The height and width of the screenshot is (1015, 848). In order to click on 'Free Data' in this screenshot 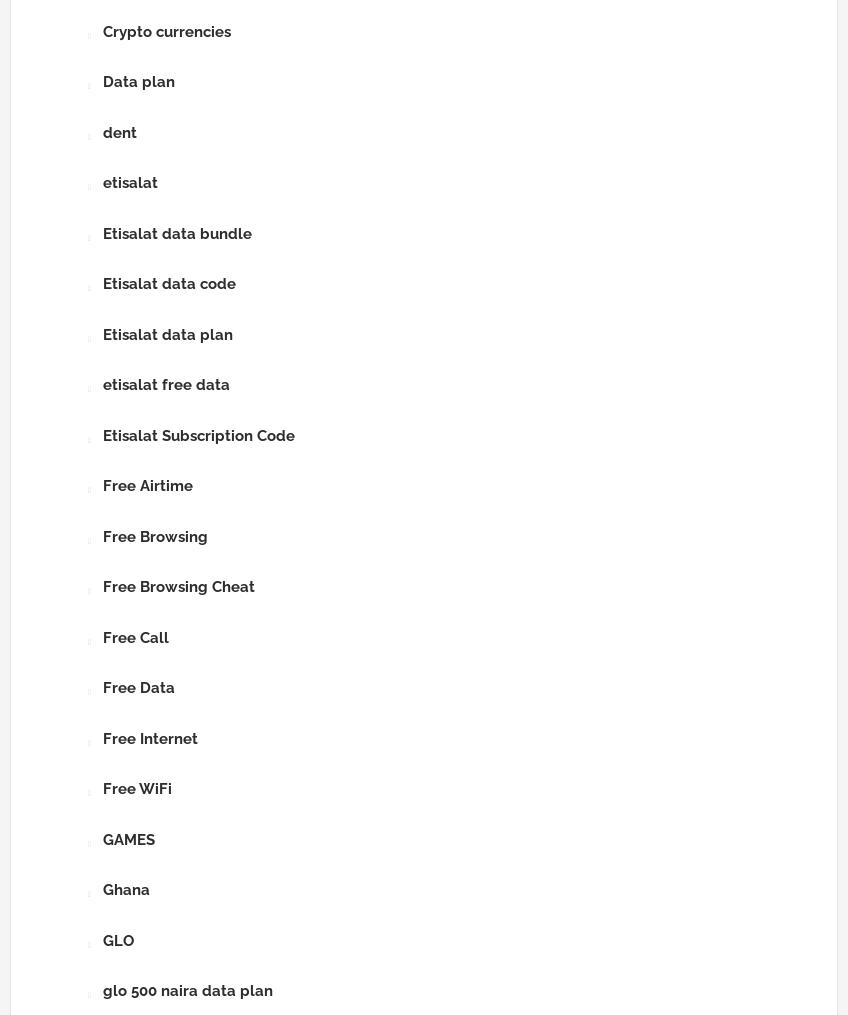, I will do `click(137, 687)`.